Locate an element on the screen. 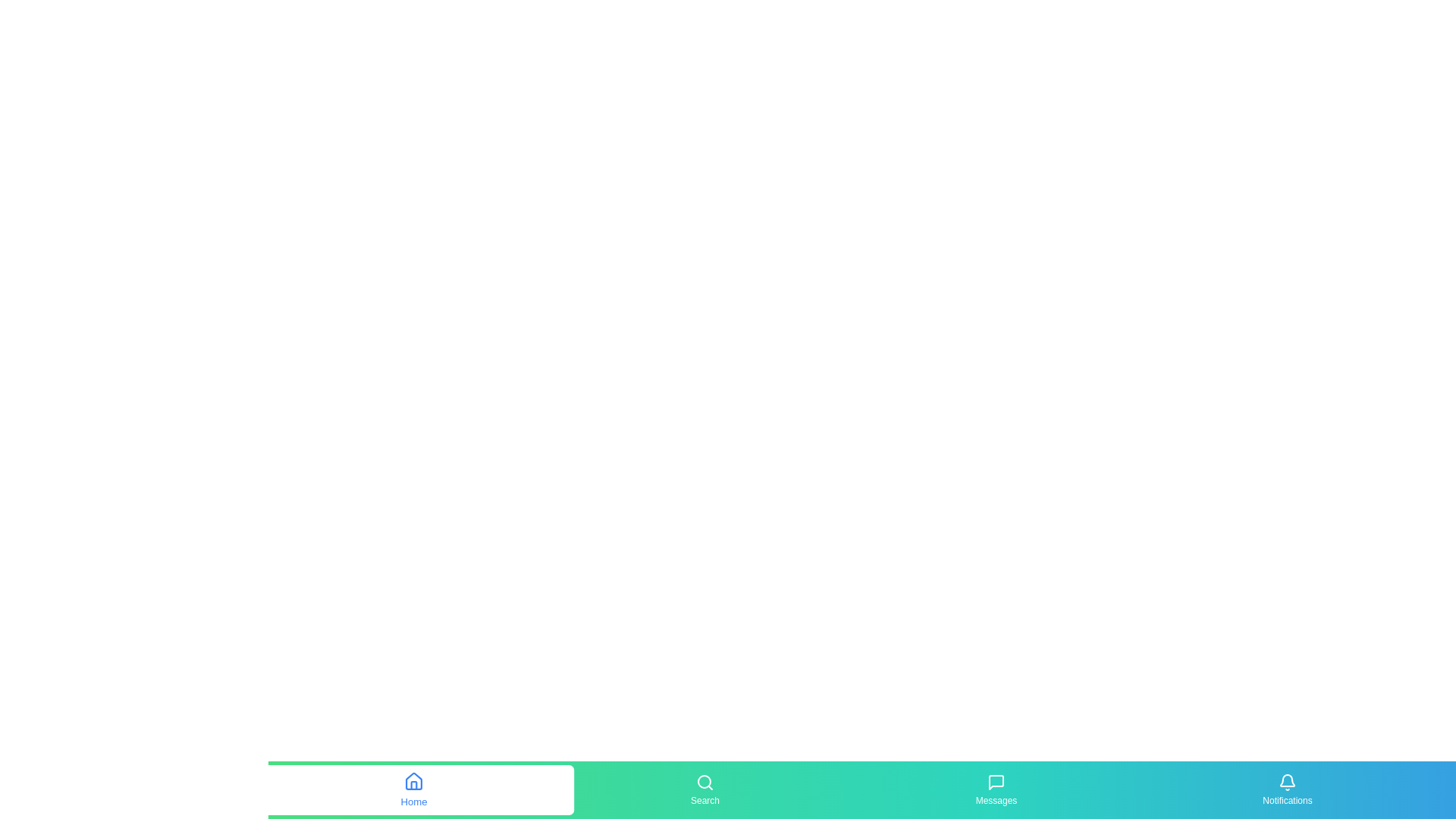 This screenshot has width=1456, height=819. the Messages tab by clicking the corresponding button is located at coordinates (996, 789).